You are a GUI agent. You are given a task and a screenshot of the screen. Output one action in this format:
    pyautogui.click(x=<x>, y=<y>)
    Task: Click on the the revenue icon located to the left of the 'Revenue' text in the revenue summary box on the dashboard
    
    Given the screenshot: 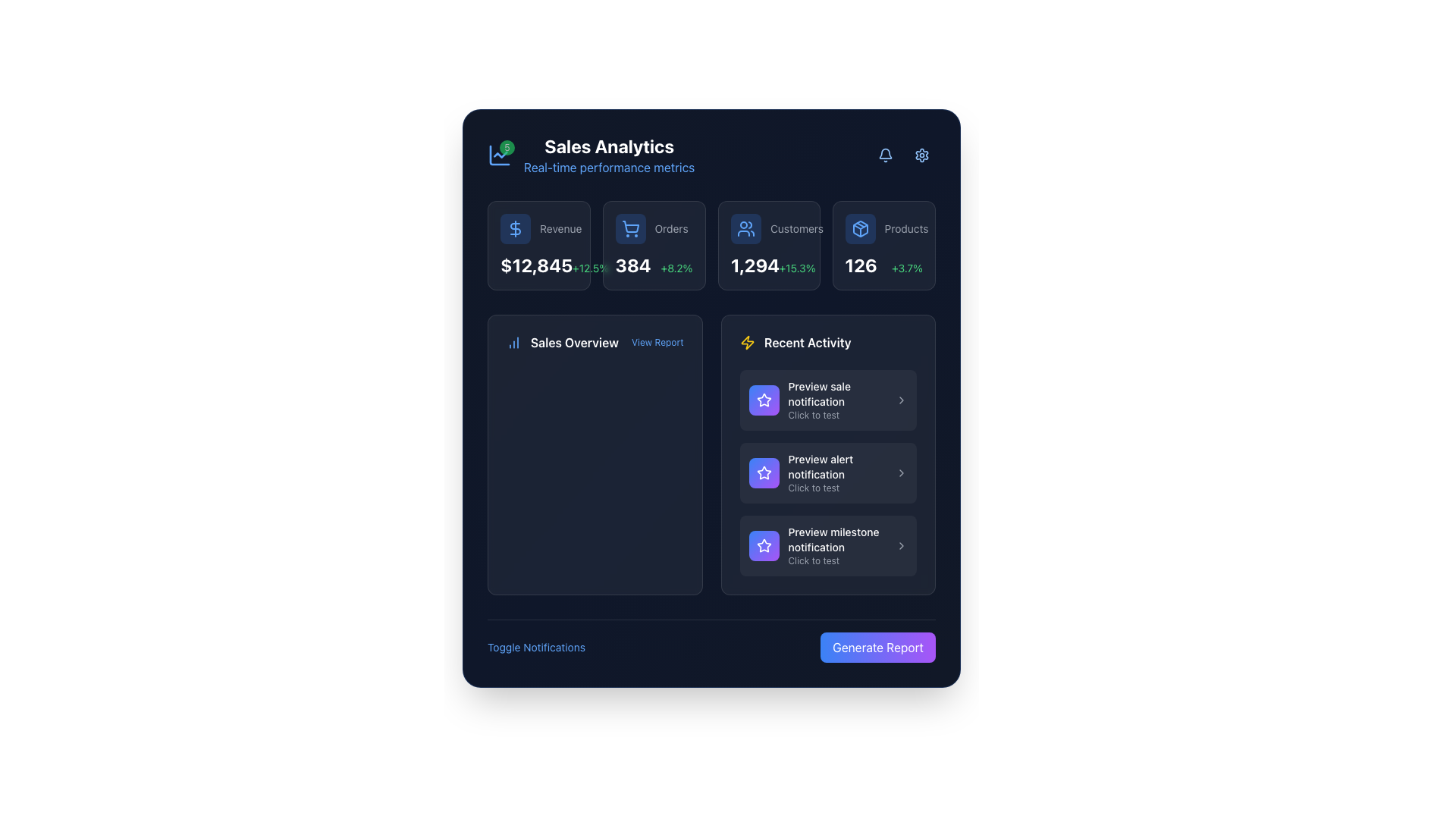 What is the action you would take?
    pyautogui.click(x=516, y=228)
    